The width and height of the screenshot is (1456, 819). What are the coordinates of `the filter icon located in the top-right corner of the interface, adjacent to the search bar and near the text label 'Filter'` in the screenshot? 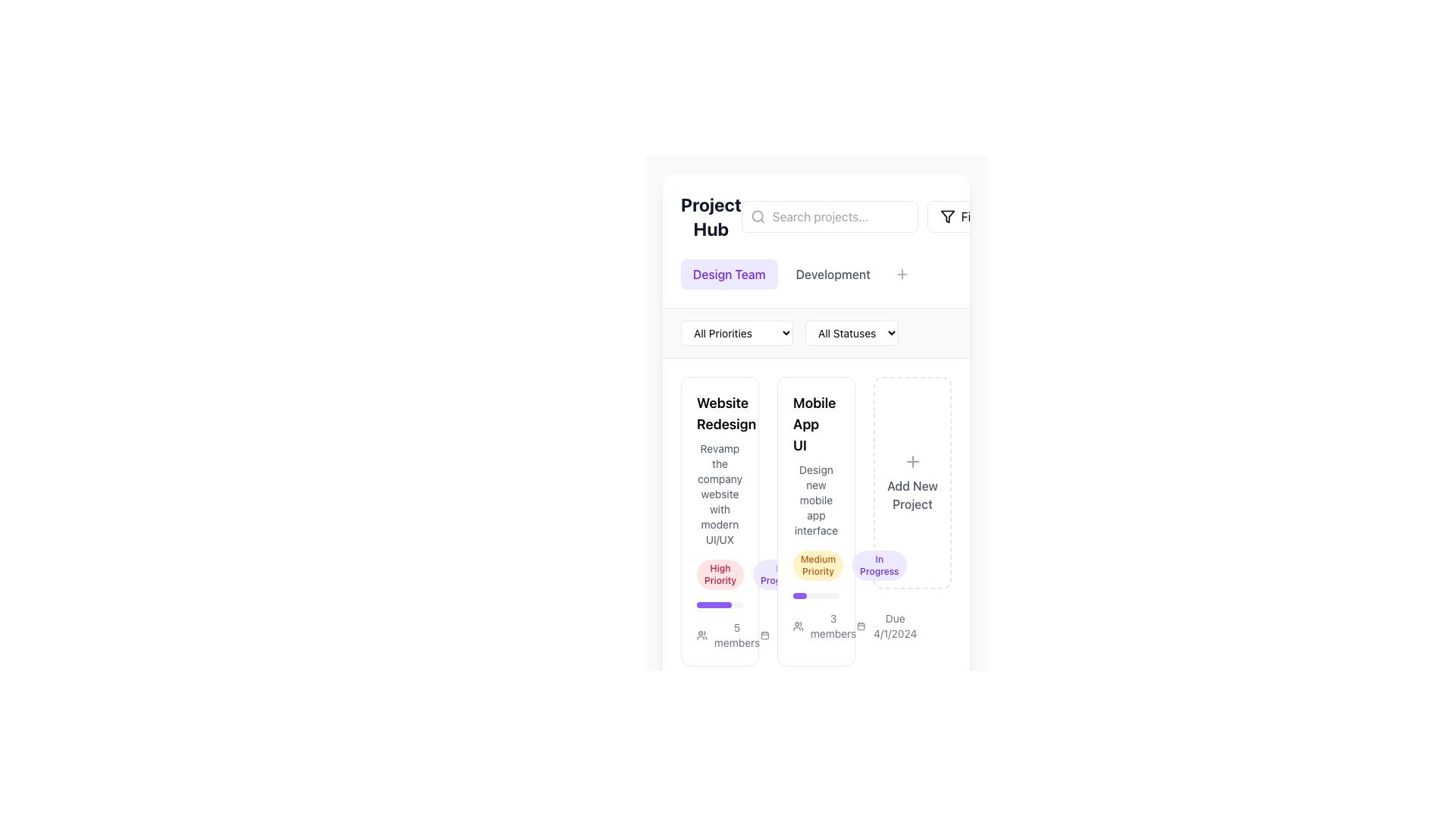 It's located at (946, 216).